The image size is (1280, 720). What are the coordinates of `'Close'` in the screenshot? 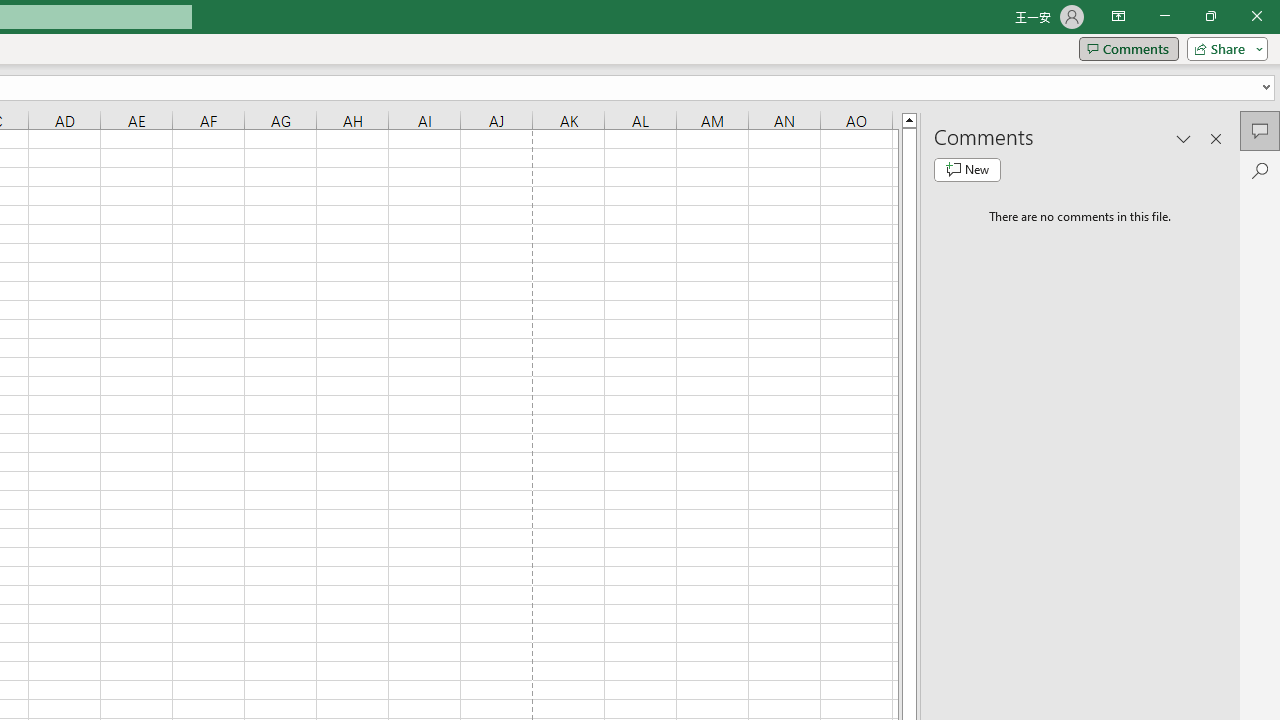 It's located at (1255, 16).